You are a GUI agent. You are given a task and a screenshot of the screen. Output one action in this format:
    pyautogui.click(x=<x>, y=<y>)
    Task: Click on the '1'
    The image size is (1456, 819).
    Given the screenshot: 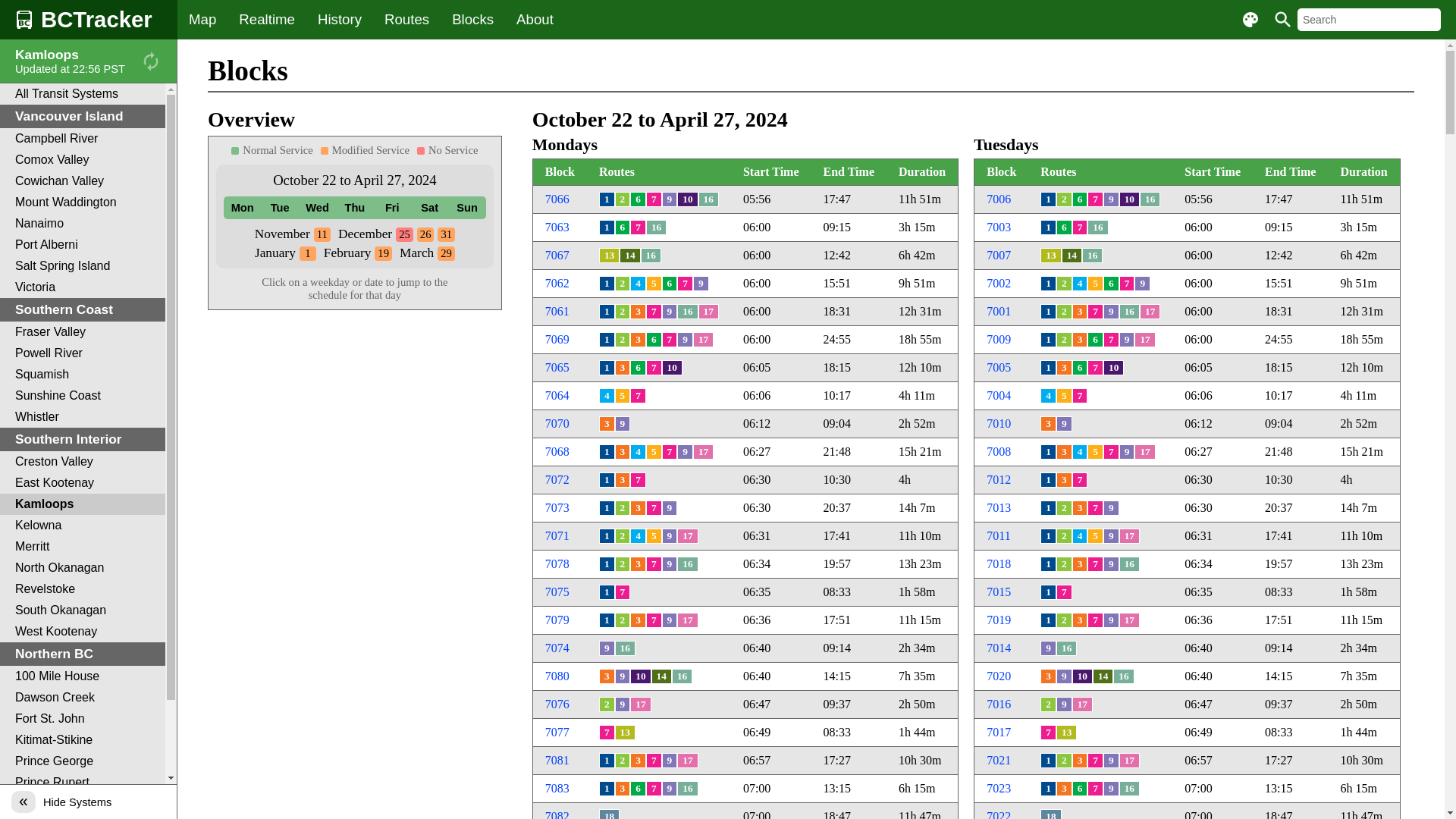 What is the action you would take?
    pyautogui.click(x=1047, y=788)
    